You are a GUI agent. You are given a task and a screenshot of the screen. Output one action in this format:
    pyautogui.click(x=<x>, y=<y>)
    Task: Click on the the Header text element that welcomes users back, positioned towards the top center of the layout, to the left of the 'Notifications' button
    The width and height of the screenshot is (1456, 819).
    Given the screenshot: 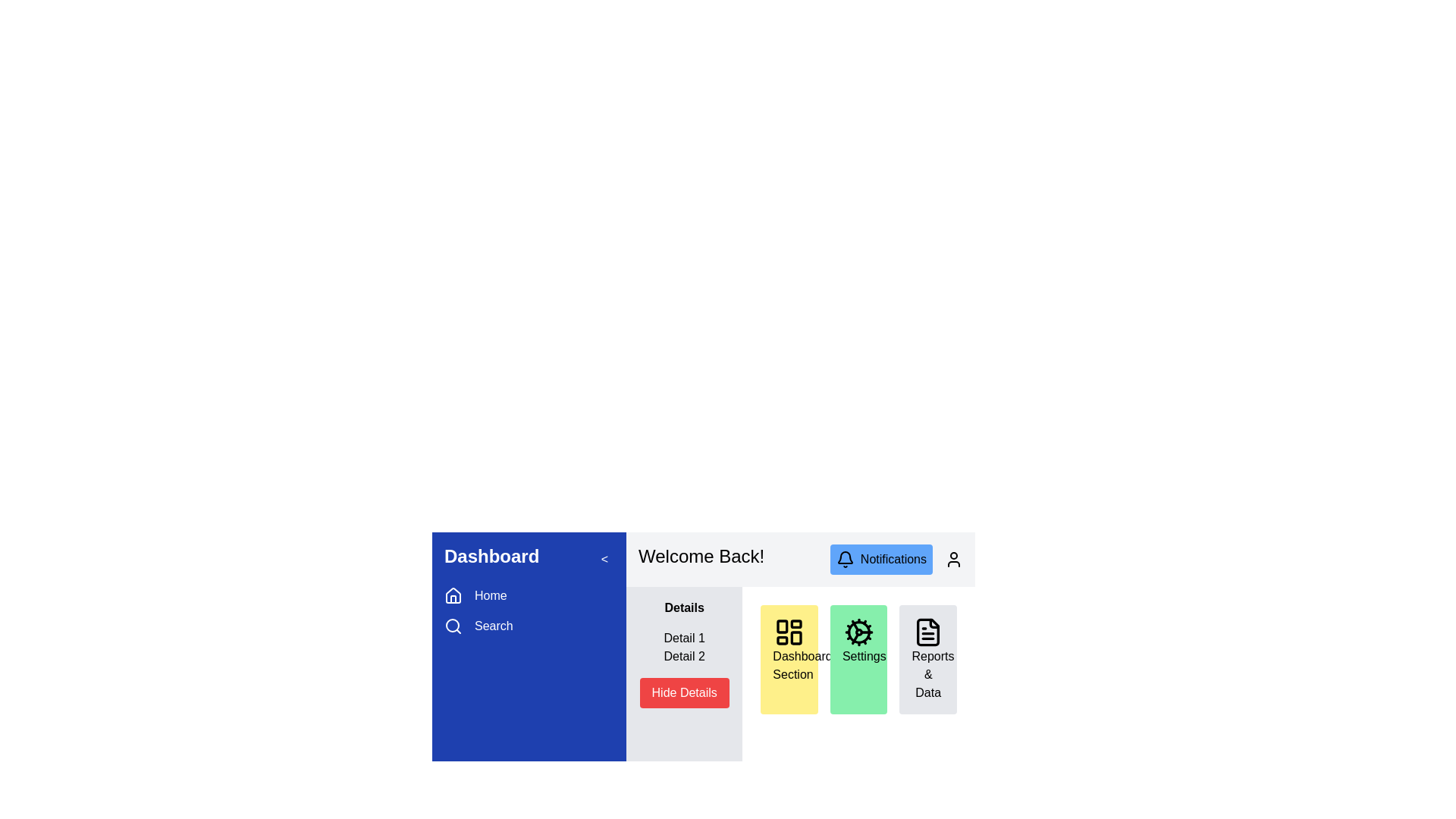 What is the action you would take?
    pyautogui.click(x=701, y=559)
    